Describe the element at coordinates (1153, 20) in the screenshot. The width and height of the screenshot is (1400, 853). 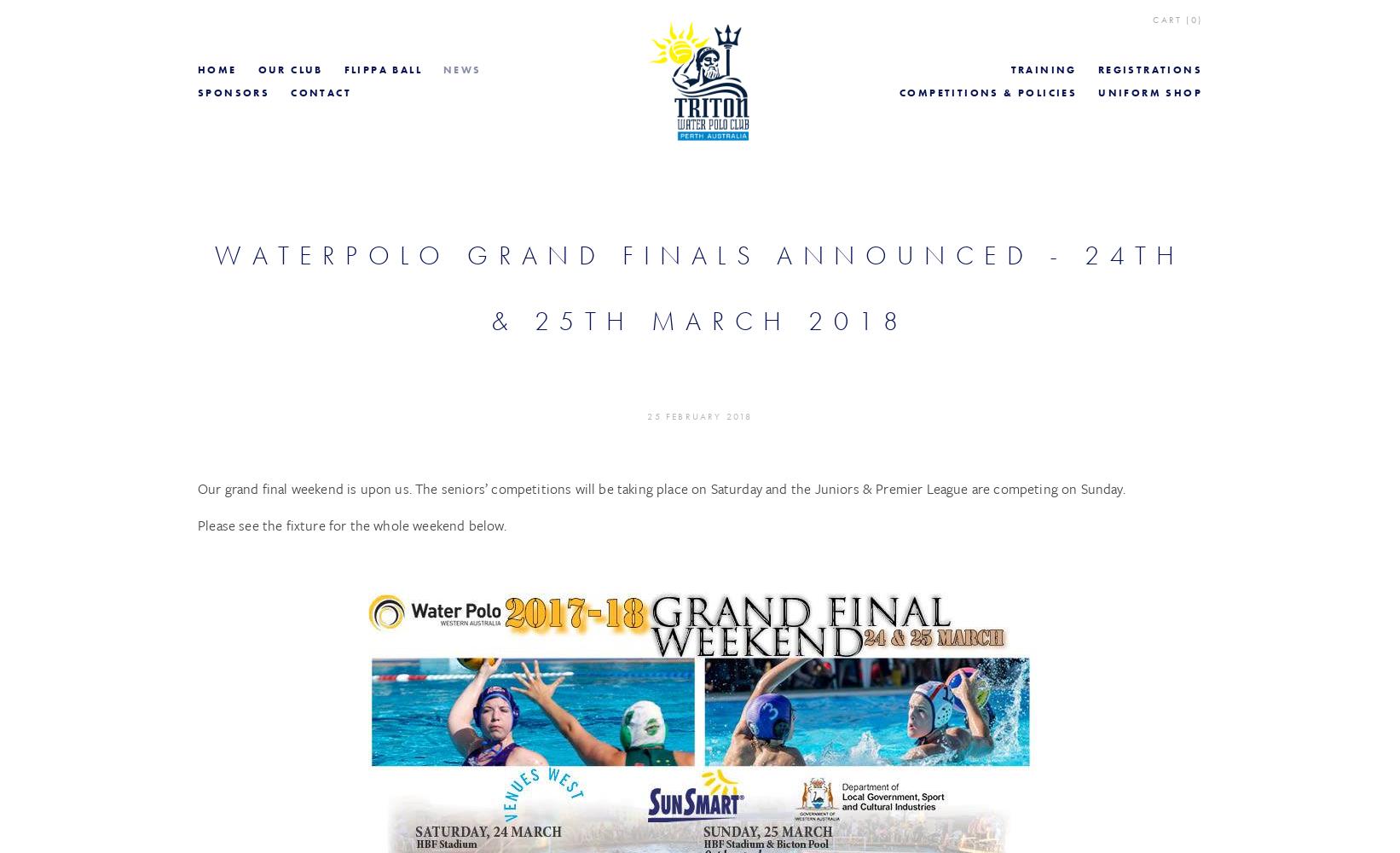
I see `'Cart'` at that location.